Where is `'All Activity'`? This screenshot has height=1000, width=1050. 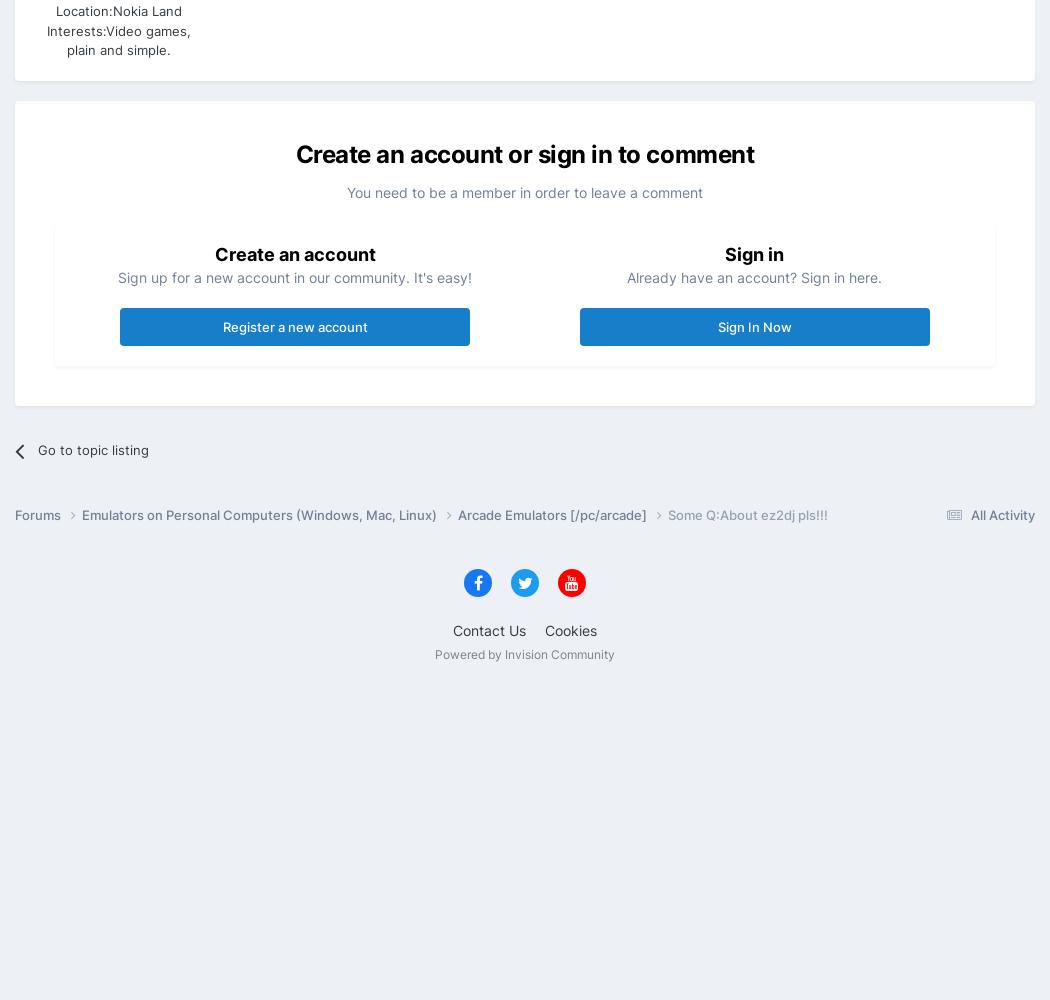
'All Activity' is located at coordinates (970, 514).